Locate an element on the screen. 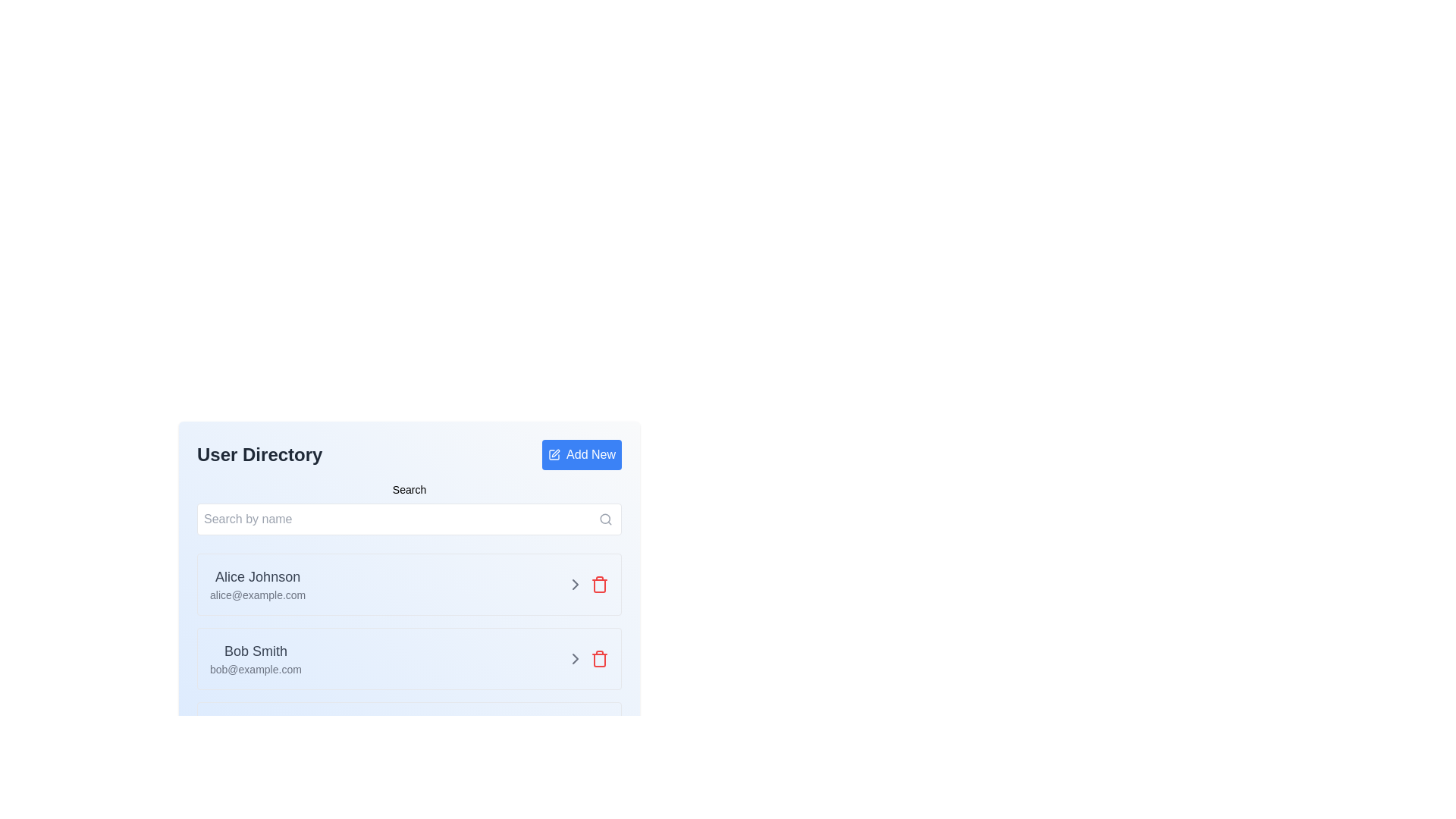 This screenshot has height=819, width=1456. the arrow icon located on the right side of the card representing user 'Bob Smith' in the 'User Directory' interface is located at coordinates (586, 657).